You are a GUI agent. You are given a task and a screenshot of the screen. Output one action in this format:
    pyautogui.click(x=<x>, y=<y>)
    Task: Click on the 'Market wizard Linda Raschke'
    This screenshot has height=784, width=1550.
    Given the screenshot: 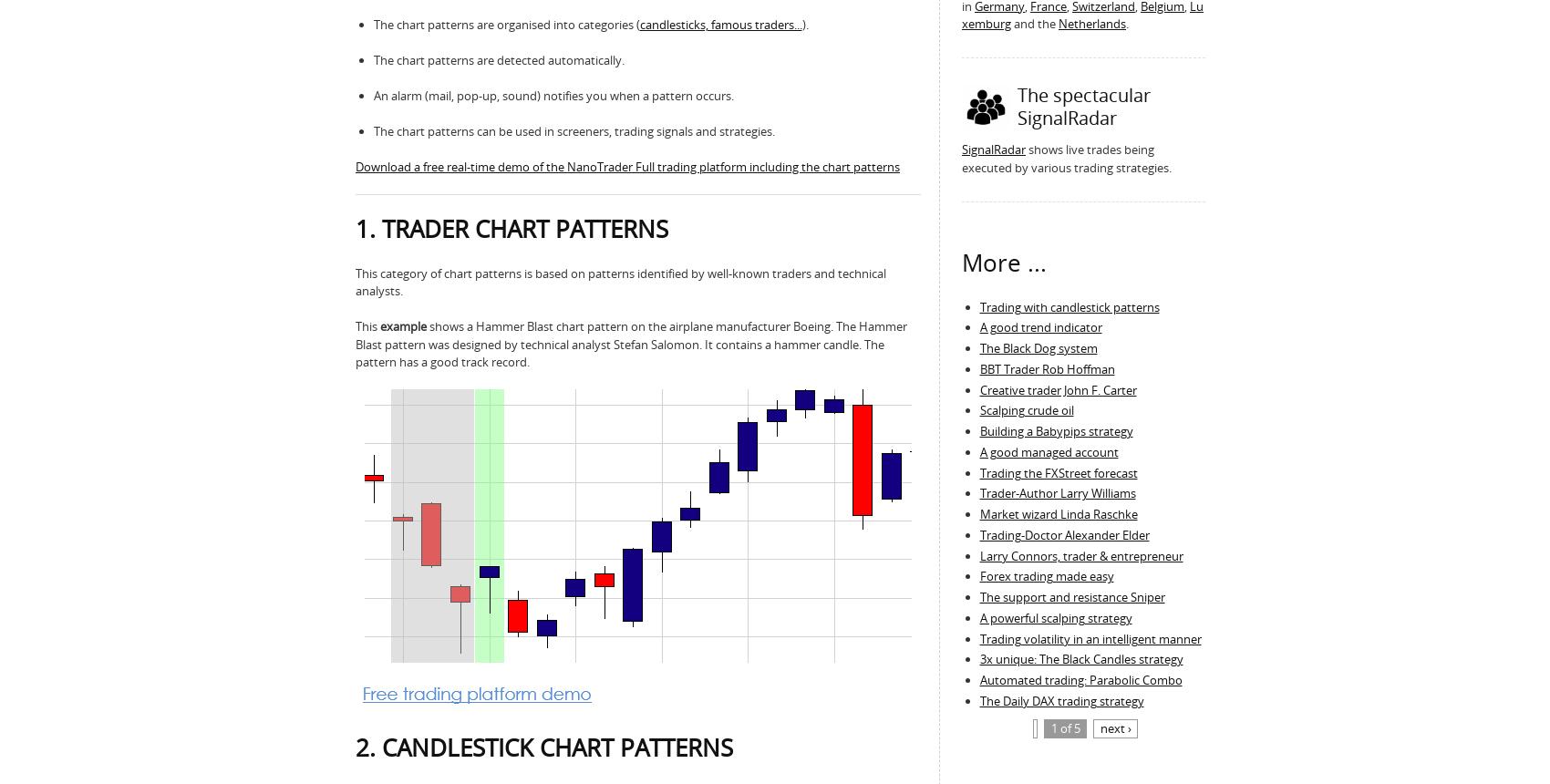 What is the action you would take?
    pyautogui.click(x=1058, y=513)
    